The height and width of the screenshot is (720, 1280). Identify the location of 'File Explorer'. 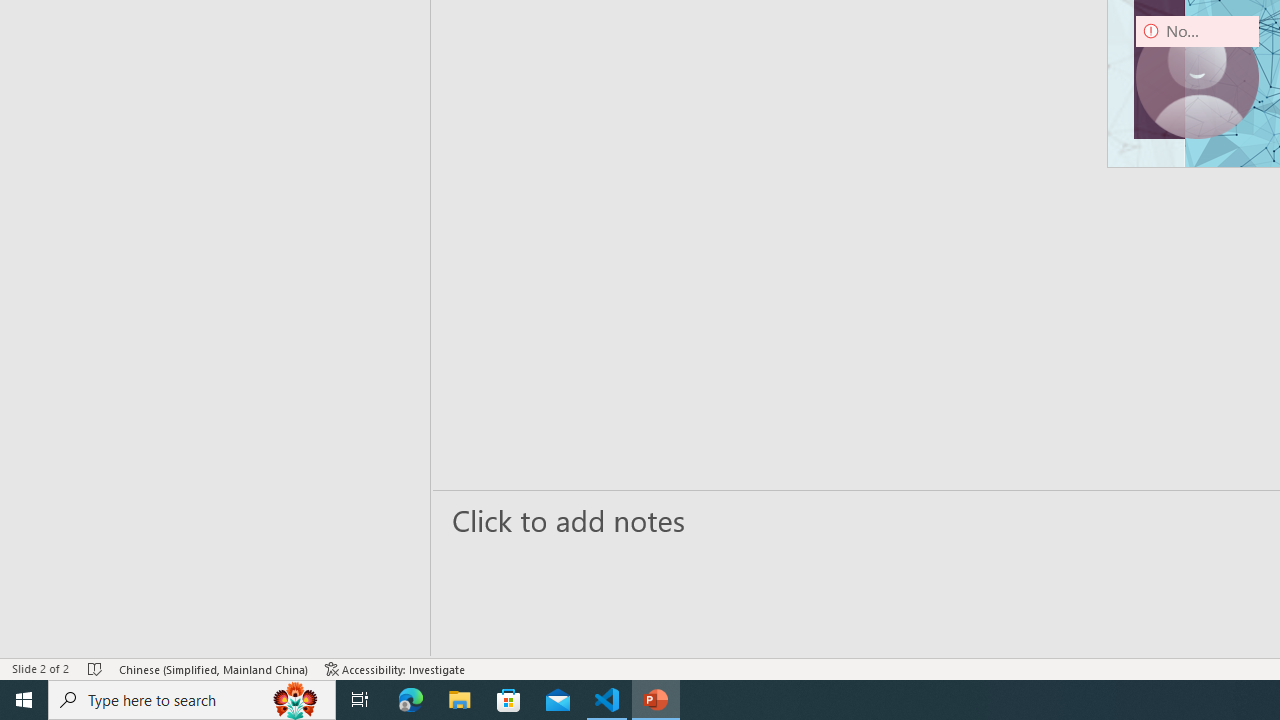
(459, 698).